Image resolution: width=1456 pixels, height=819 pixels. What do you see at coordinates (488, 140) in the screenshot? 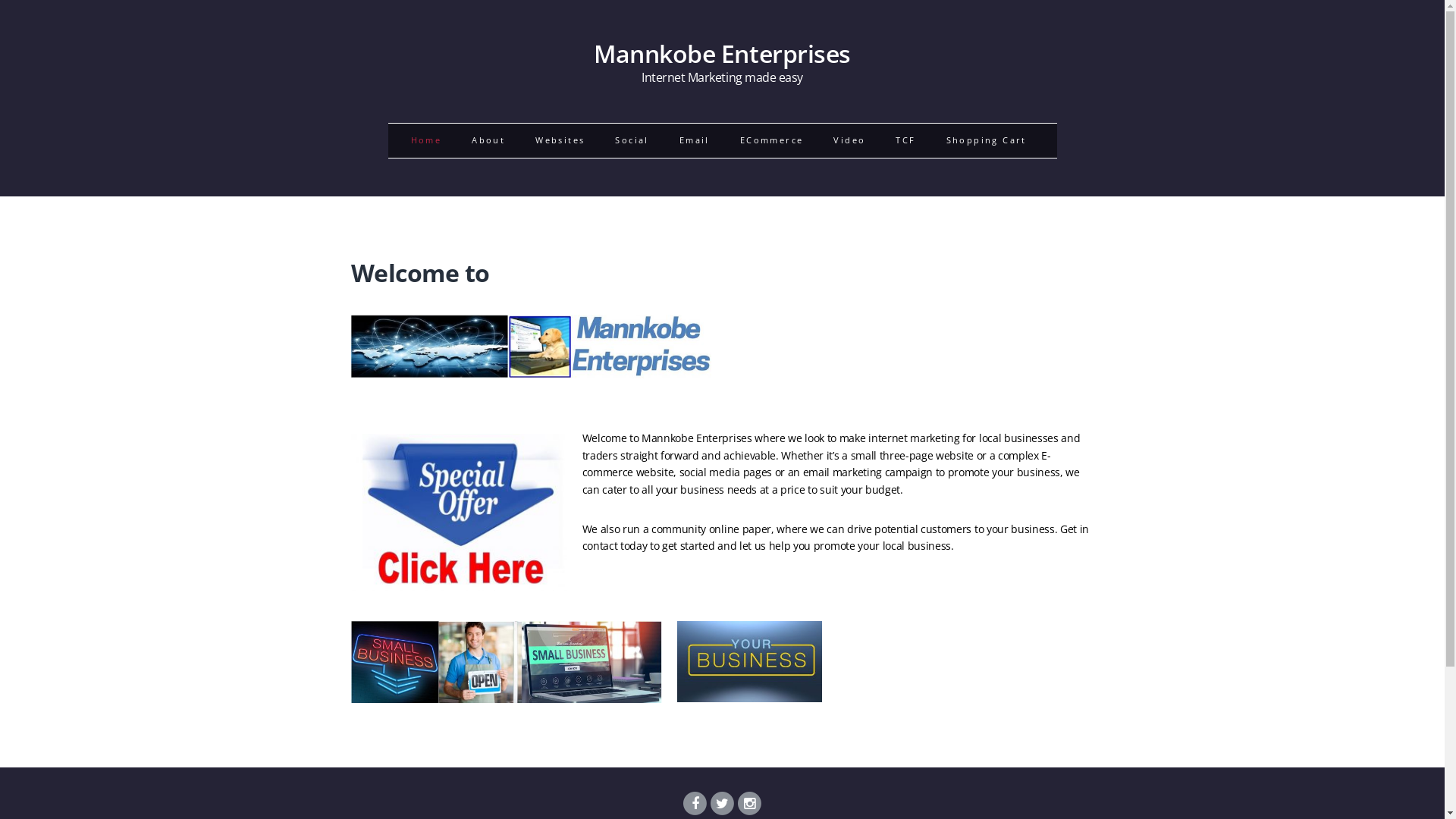
I see `'About'` at bounding box center [488, 140].